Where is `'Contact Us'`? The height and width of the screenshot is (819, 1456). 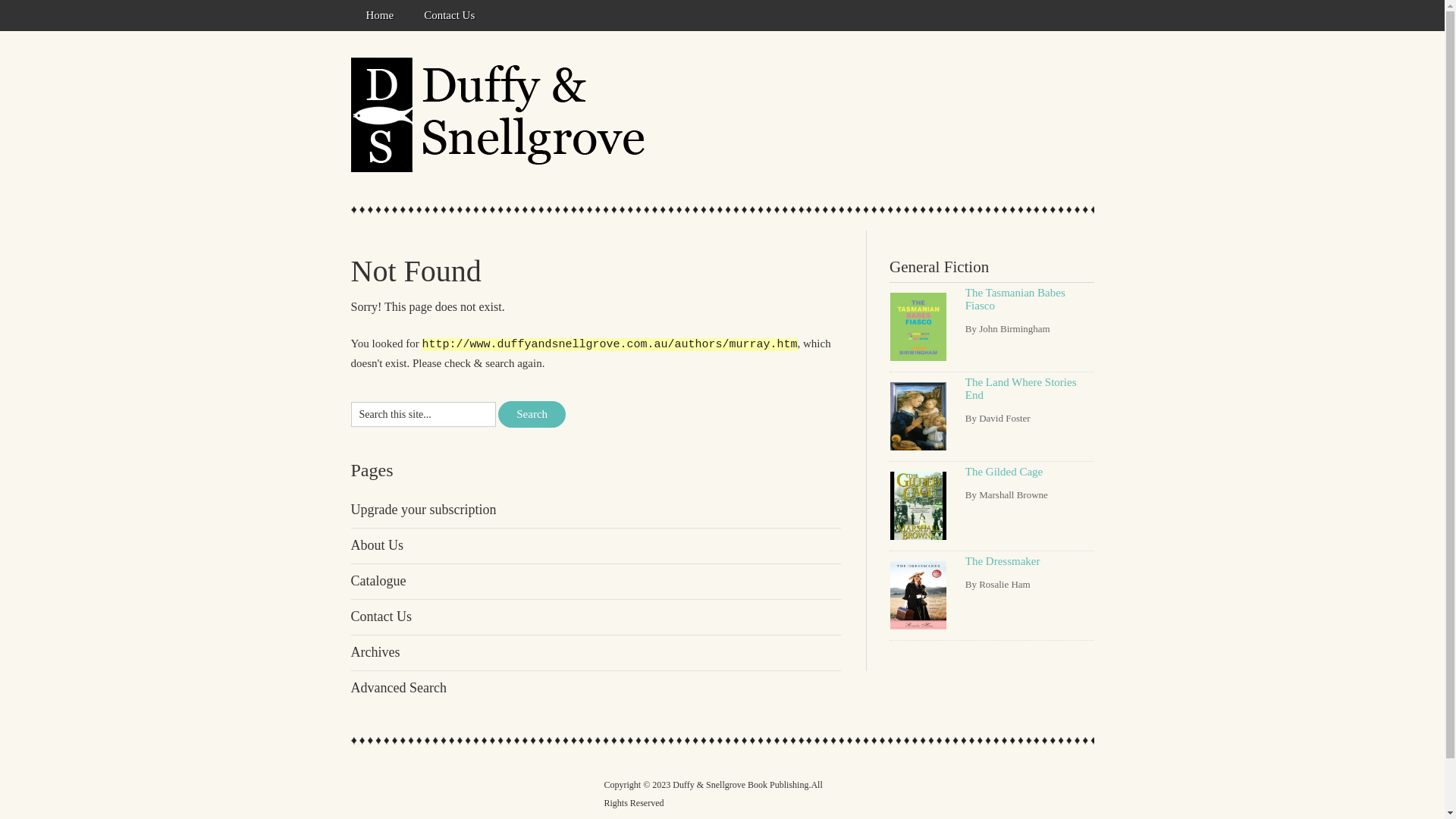 'Contact Us' is located at coordinates (448, 15).